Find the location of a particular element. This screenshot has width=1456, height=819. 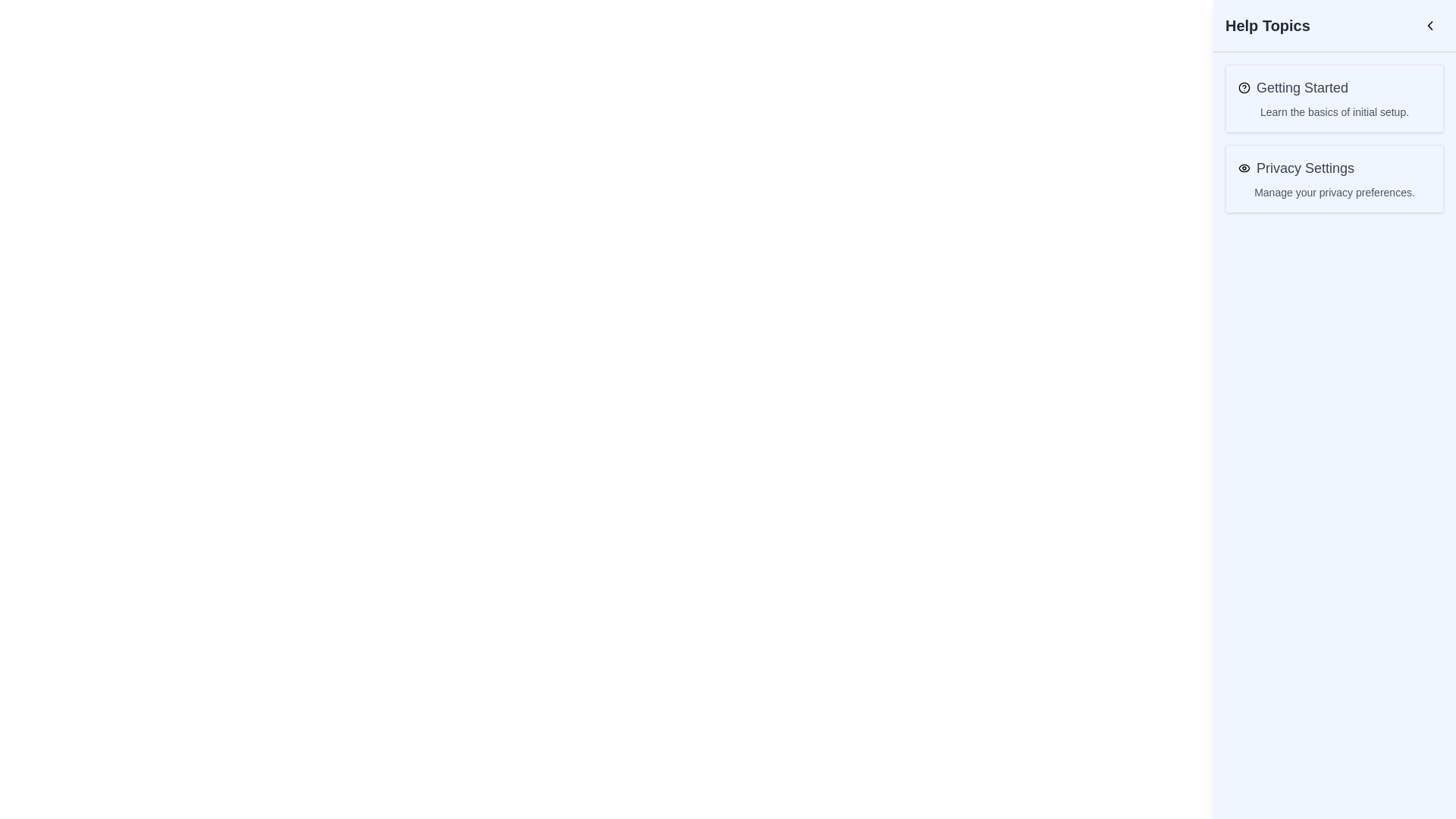

the Card-like button in the 'Help Topics' sidebar is located at coordinates (1335, 177).